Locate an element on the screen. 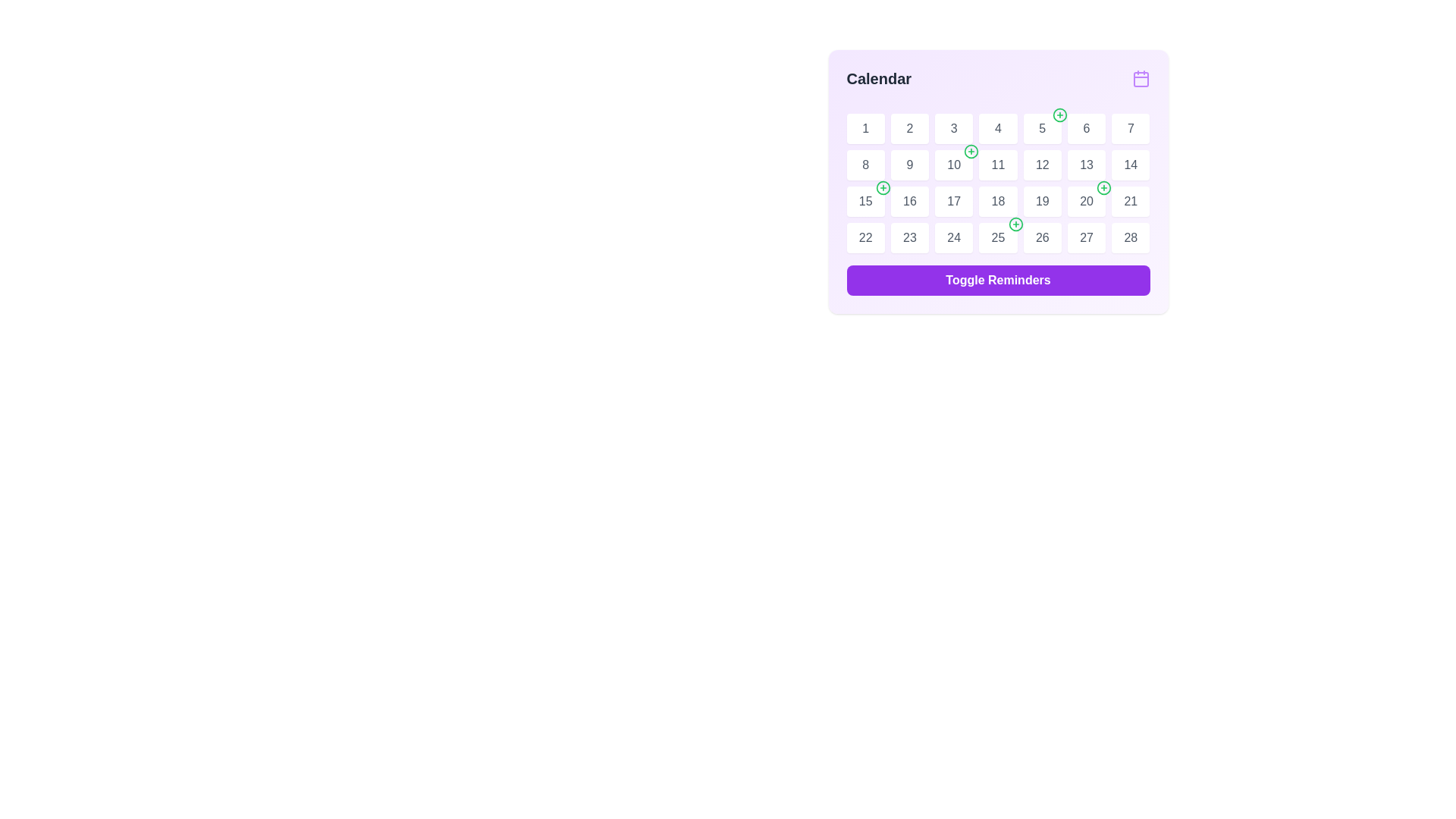  the interactive calendar day tile representing the date '27' is located at coordinates (1086, 237).